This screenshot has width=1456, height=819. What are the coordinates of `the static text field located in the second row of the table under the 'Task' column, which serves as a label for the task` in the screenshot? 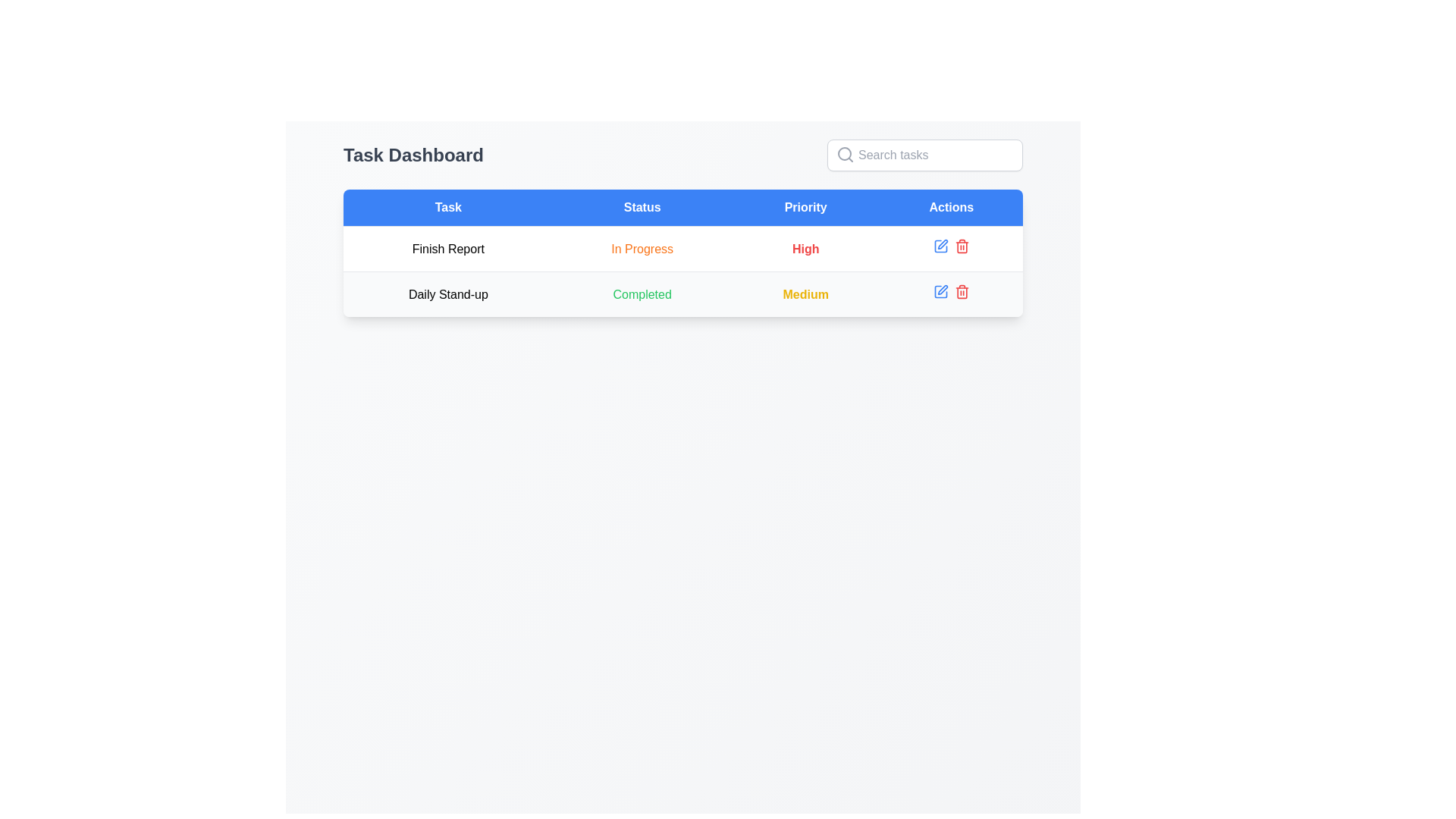 It's located at (447, 294).